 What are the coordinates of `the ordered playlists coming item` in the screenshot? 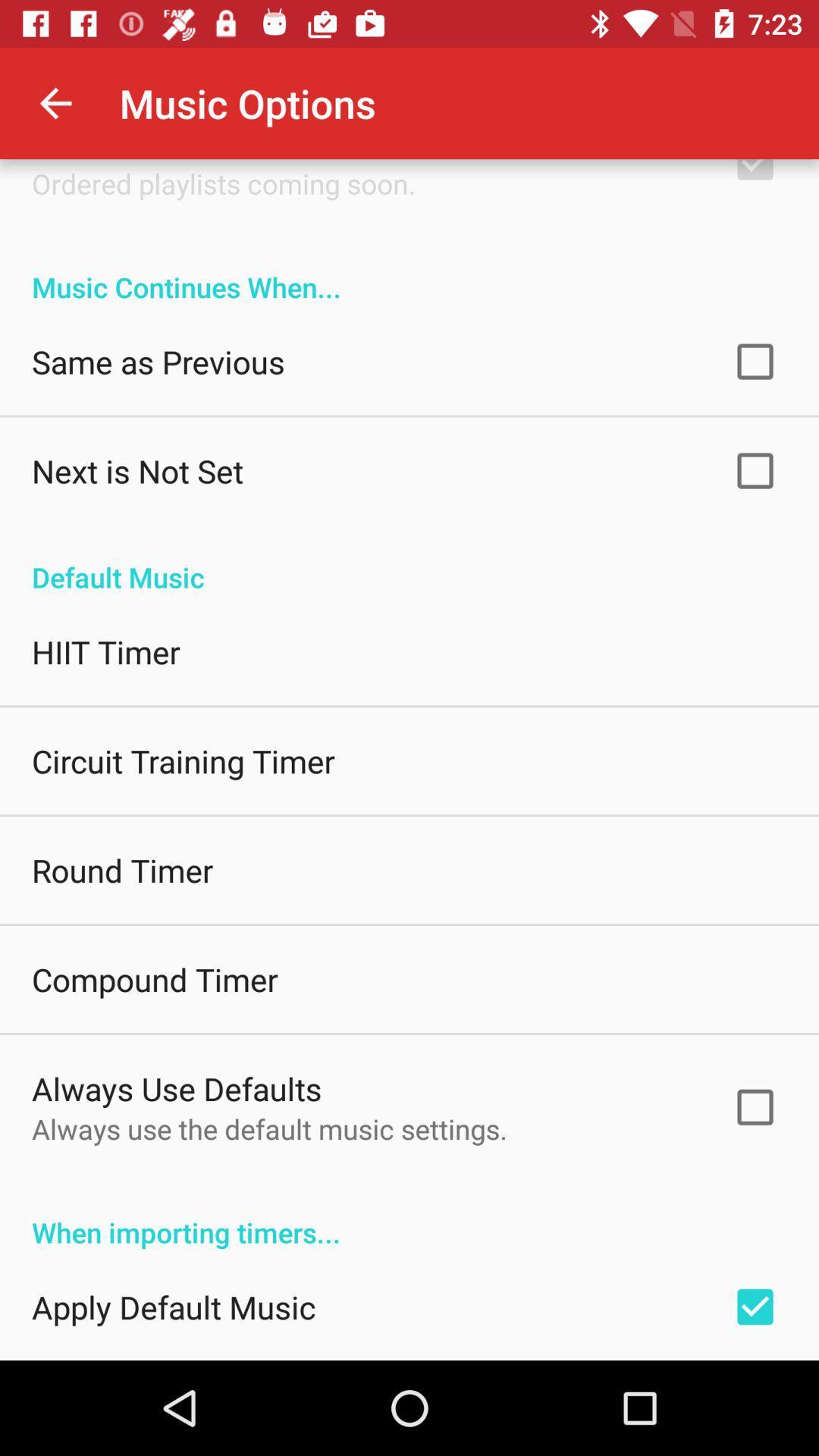 It's located at (224, 183).